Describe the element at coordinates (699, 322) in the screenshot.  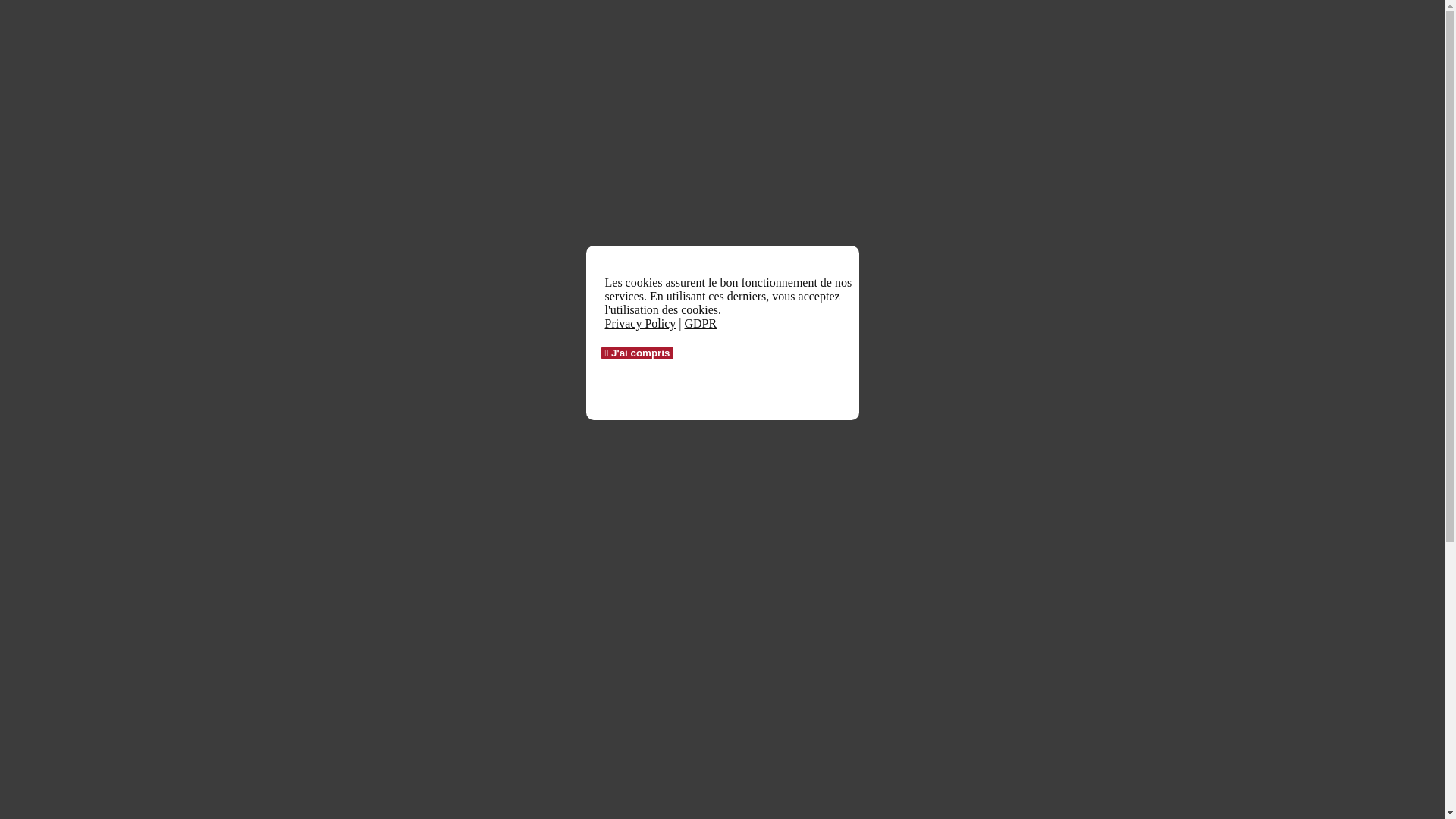
I see `'GDPR'` at that location.